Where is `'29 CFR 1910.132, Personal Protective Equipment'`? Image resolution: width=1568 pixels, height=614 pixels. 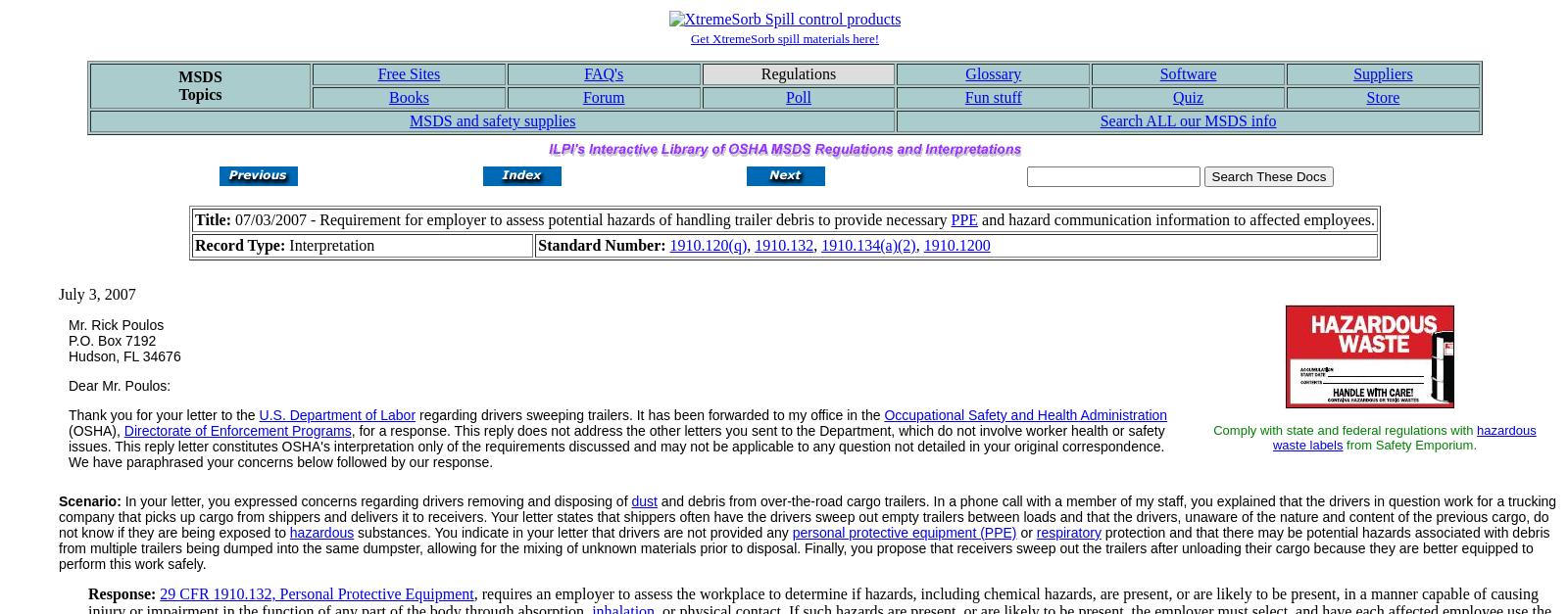 '29 CFR 1910.132, Personal Protective Equipment' is located at coordinates (159, 593).